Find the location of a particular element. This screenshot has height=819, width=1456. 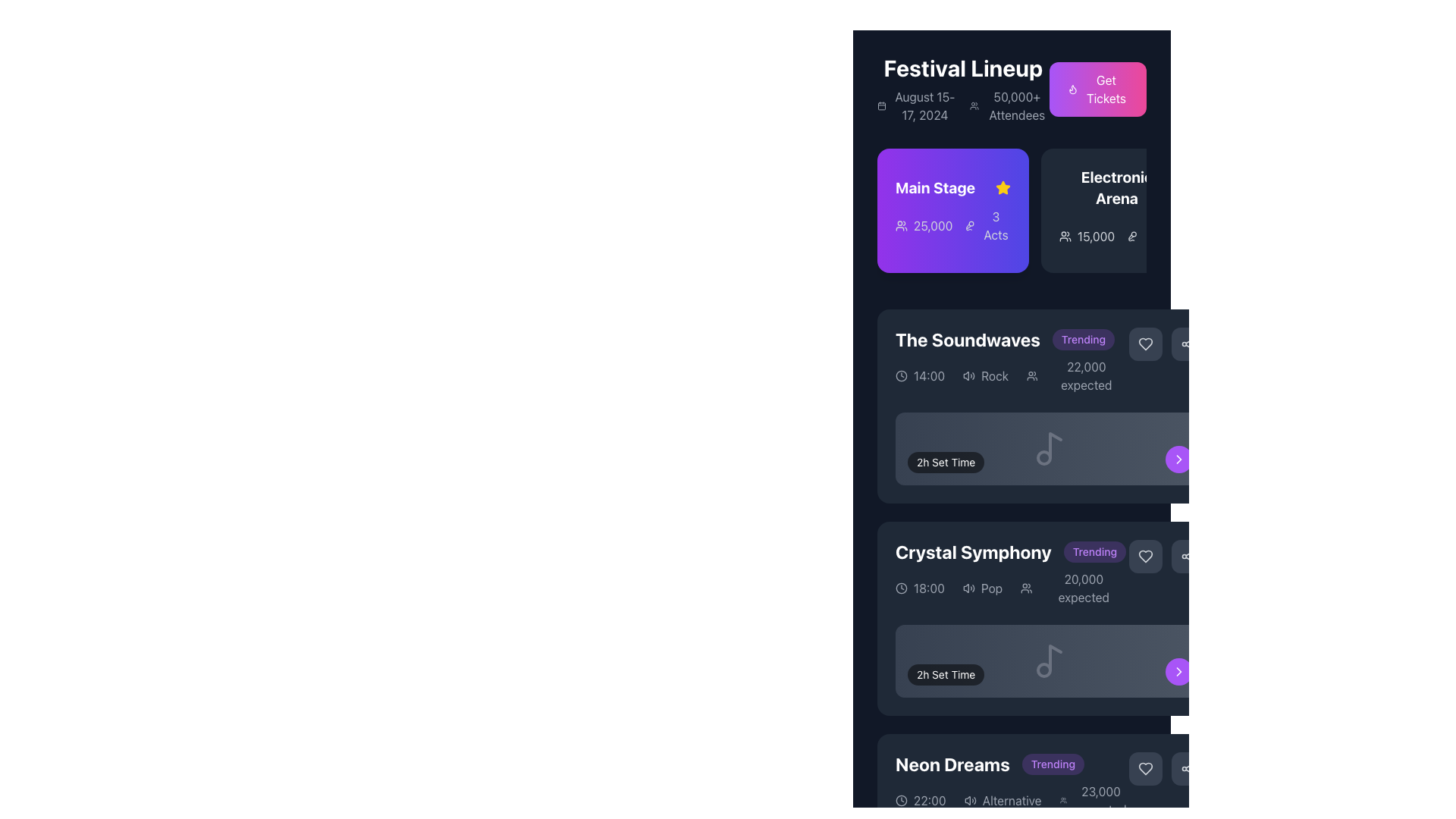

details for the Informational Section containing the clock icon, pop music icon, and user icon with associated text '18:00', 'Pop', and '20,000 expected', which is located below the 'Crystal Symphony' header is located at coordinates (1012, 587).